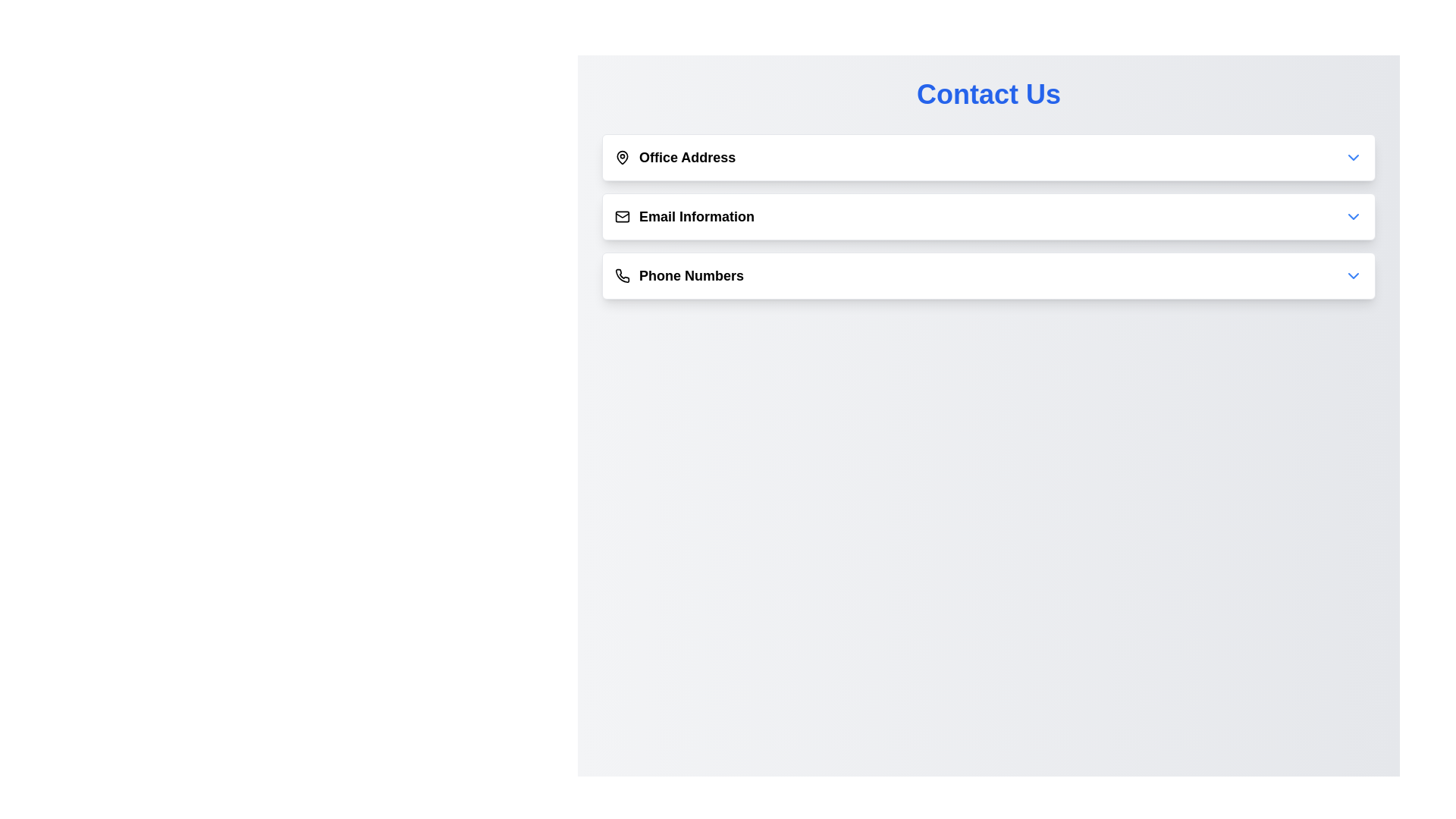 This screenshot has height=819, width=1456. I want to click on the collapsible header labeled 'Phone Numbers', which features a phone icon and is part of the 'Contact Us' section, so click(679, 275).